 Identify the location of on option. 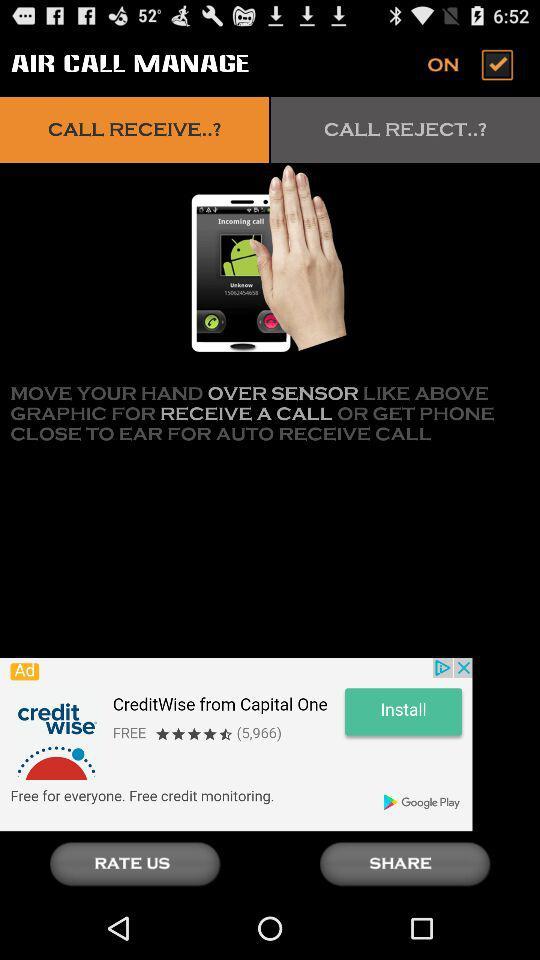
(472, 64).